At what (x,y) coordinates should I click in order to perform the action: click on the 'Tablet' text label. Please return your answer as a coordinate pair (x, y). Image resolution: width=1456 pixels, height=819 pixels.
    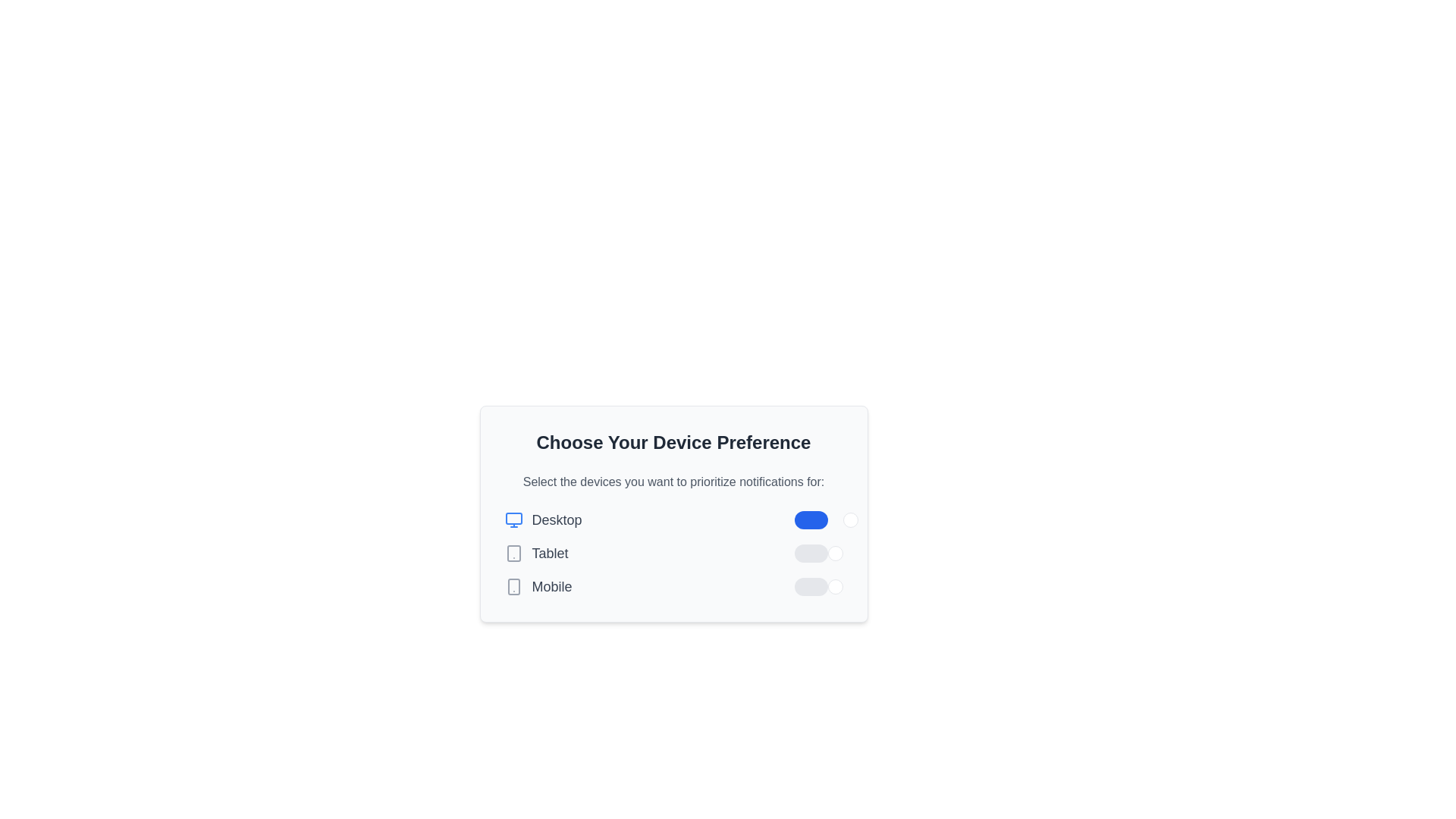
    Looking at the image, I should click on (549, 553).